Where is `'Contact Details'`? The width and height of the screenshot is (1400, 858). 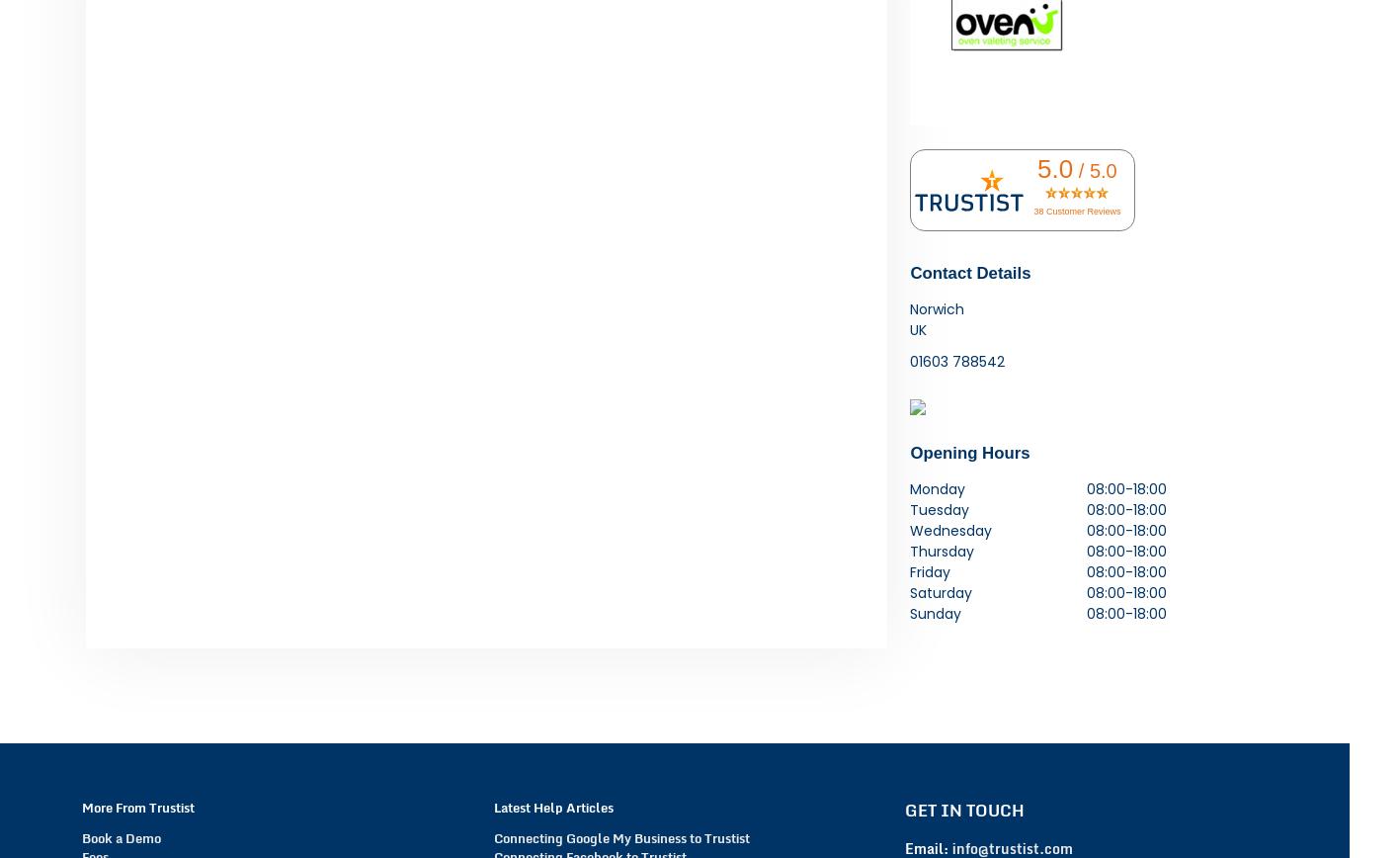
'Contact Details' is located at coordinates (968, 273).